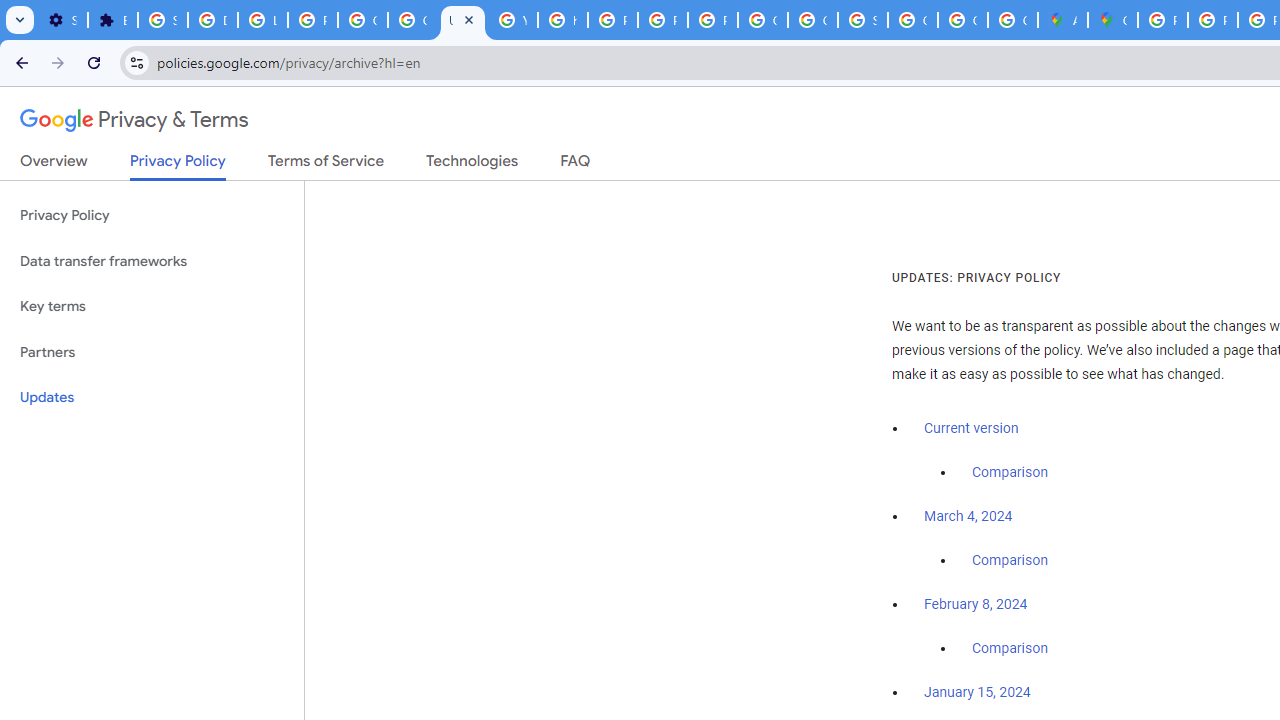  What do you see at coordinates (1009, 649) in the screenshot?
I see `'Comparison'` at bounding box center [1009, 649].